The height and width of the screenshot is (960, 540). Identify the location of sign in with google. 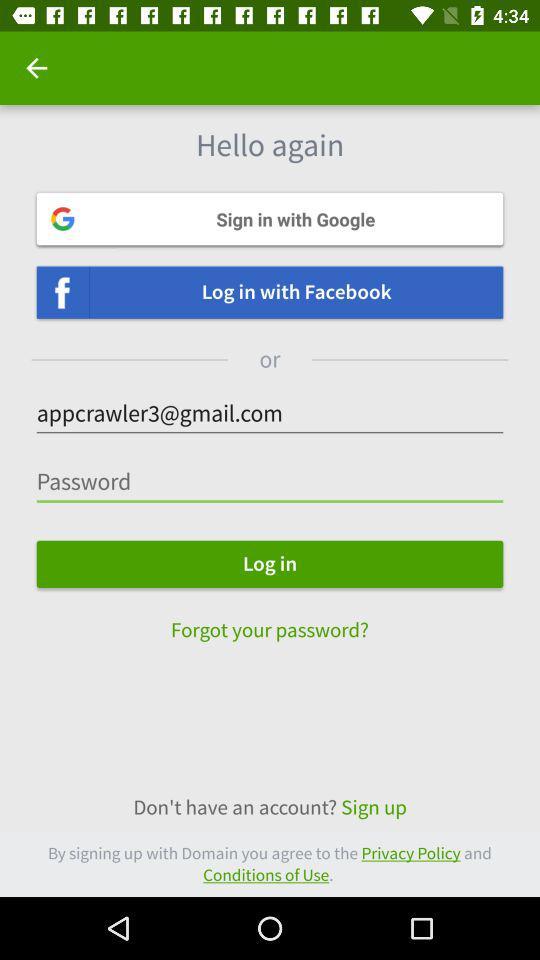
(270, 219).